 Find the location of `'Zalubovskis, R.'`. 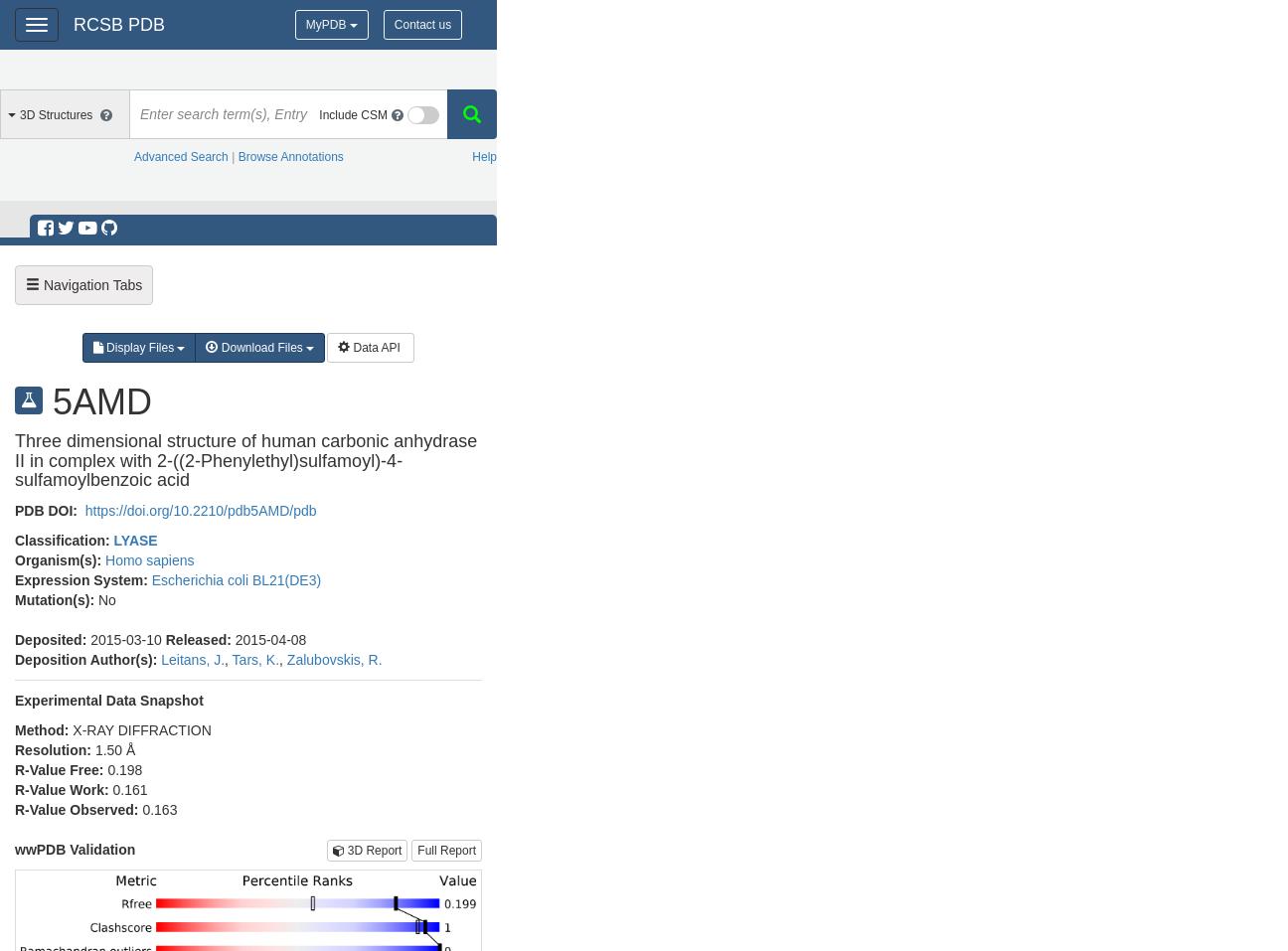

'Zalubovskis, R.' is located at coordinates (333, 658).